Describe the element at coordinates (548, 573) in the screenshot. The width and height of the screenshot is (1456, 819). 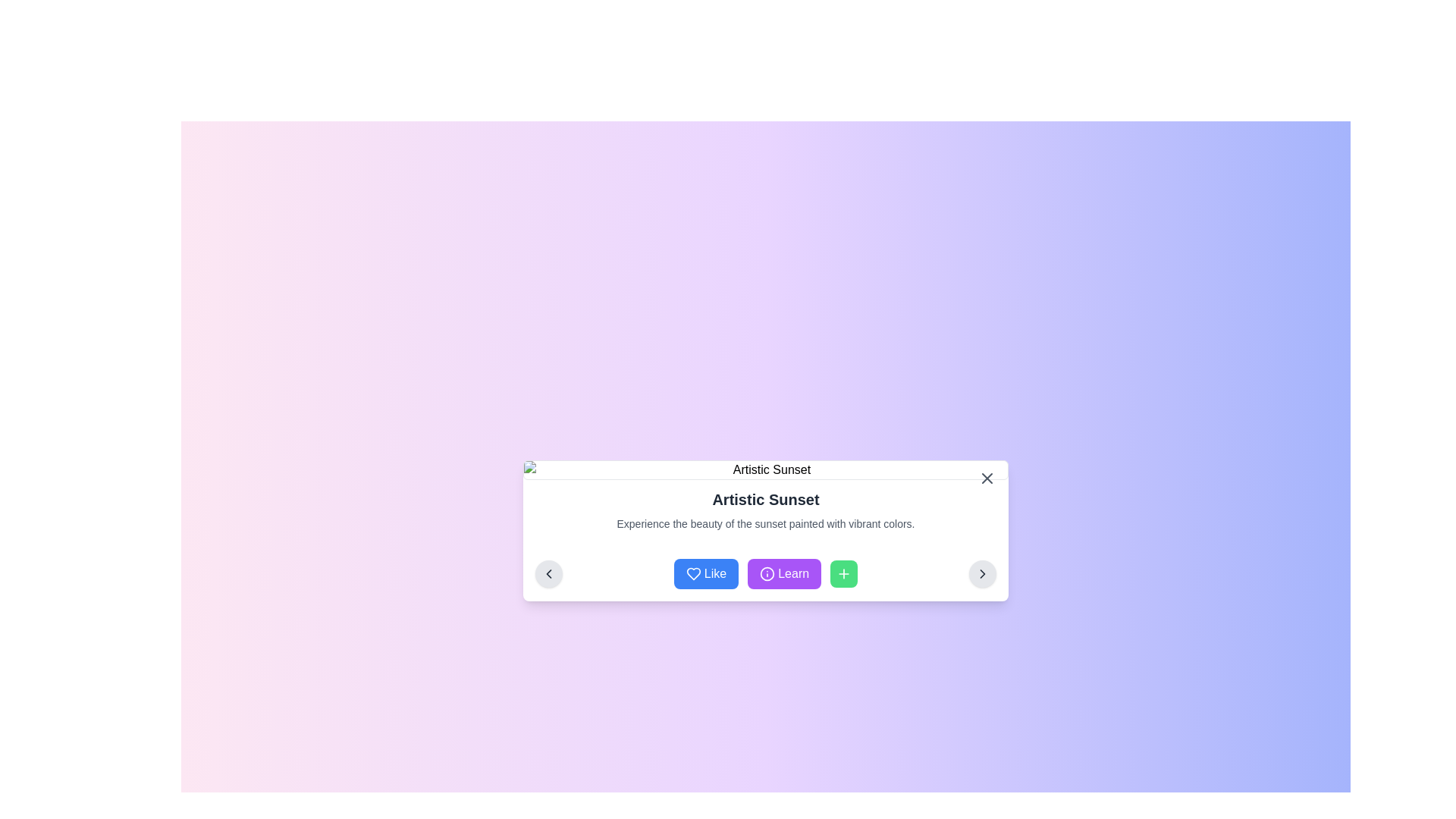
I see `the left-facing chevron icon embedded within the circular button located at the bottom-left corner of the 'Artistic Sunset' panel` at that location.